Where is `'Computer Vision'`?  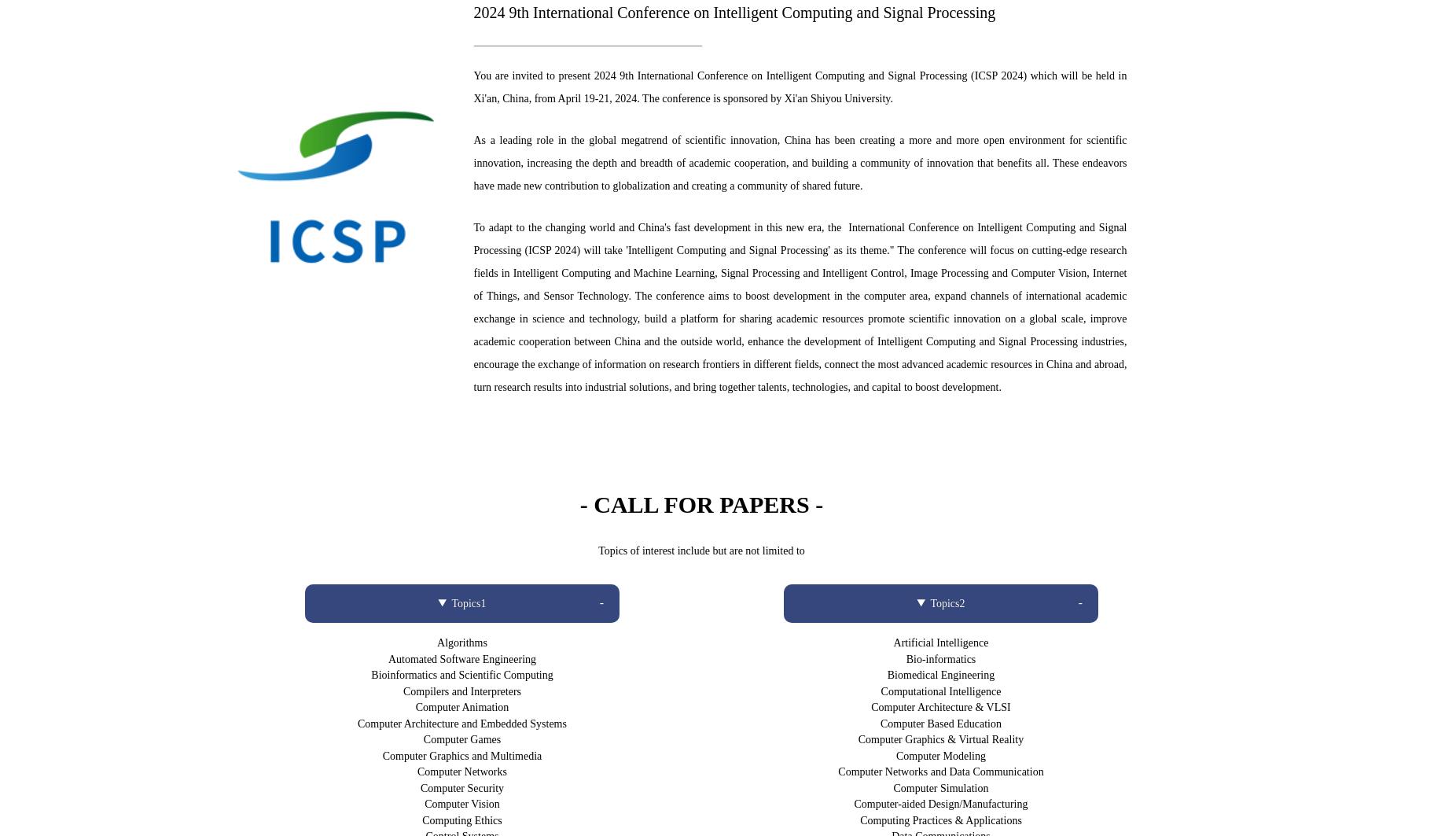
'Computer Vision' is located at coordinates (461, 803).